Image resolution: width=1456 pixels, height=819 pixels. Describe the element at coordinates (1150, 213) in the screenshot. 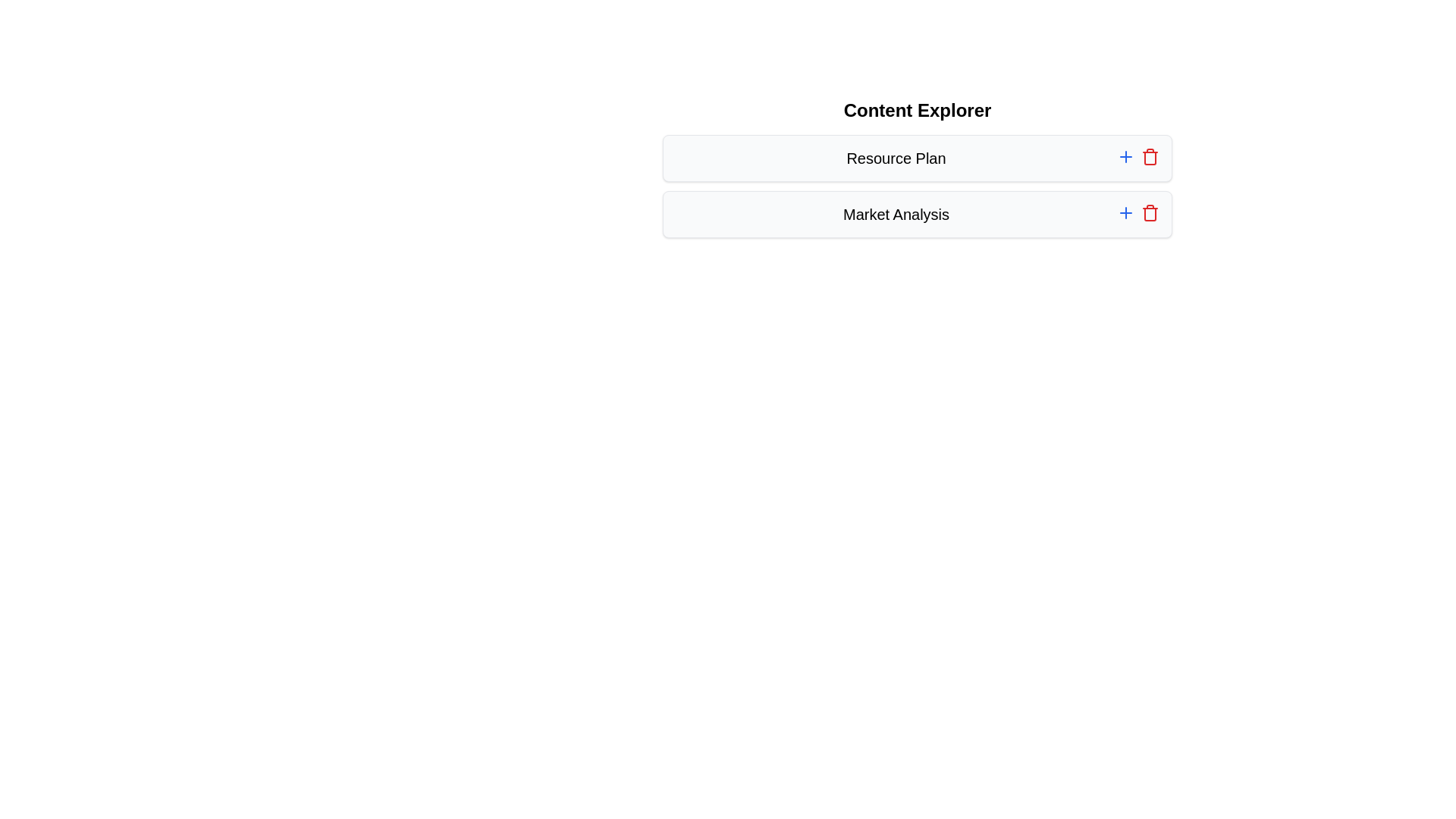

I see `the trash icon next to the content item labeled Market Analysis to remove it` at that location.